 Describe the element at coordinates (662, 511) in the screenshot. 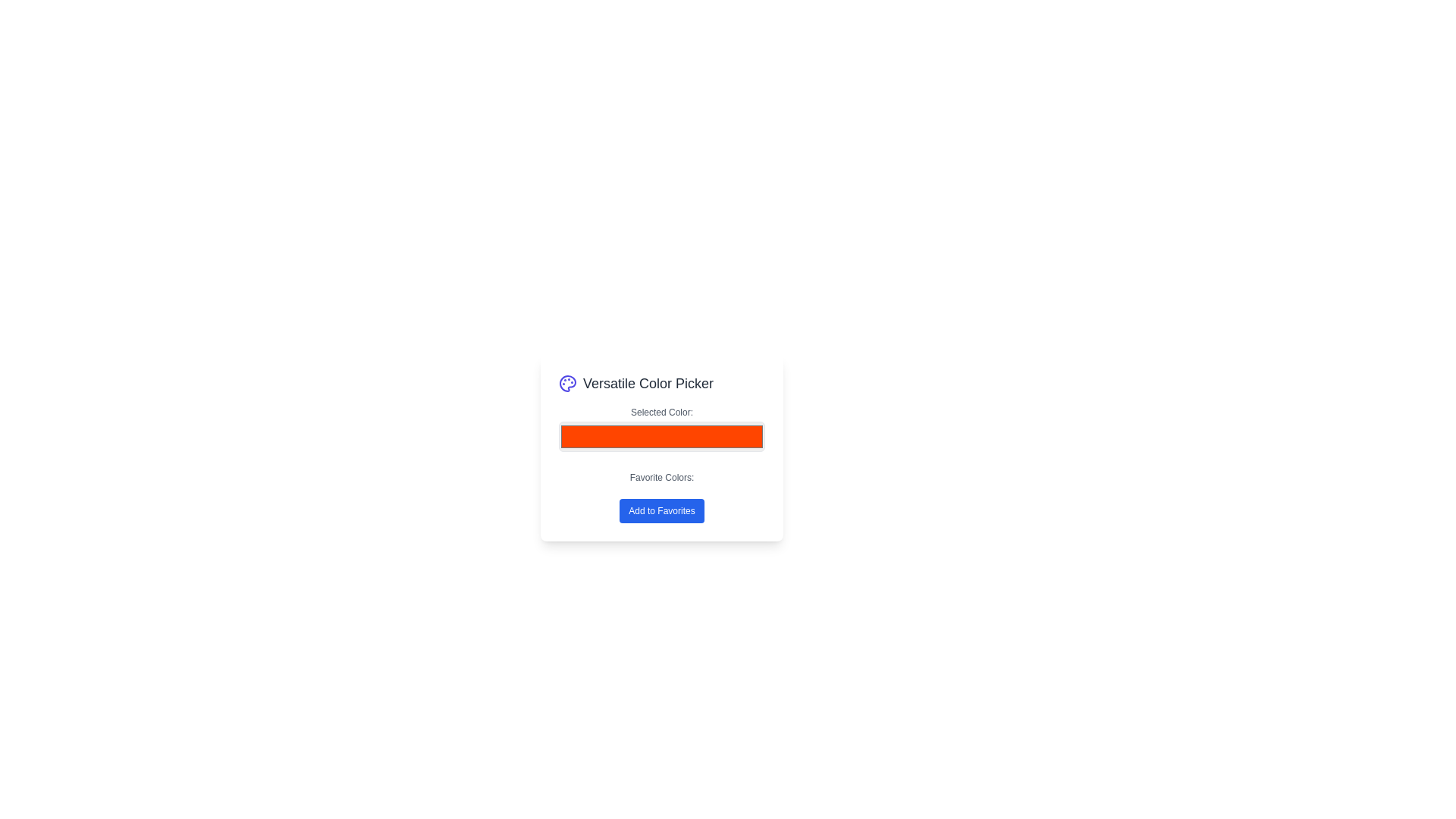

I see `the 'Add to Favorites' button, which is a rounded button with a solid blue background that changes to darker blue on hover, located below 'Favorite Colors:'` at that location.